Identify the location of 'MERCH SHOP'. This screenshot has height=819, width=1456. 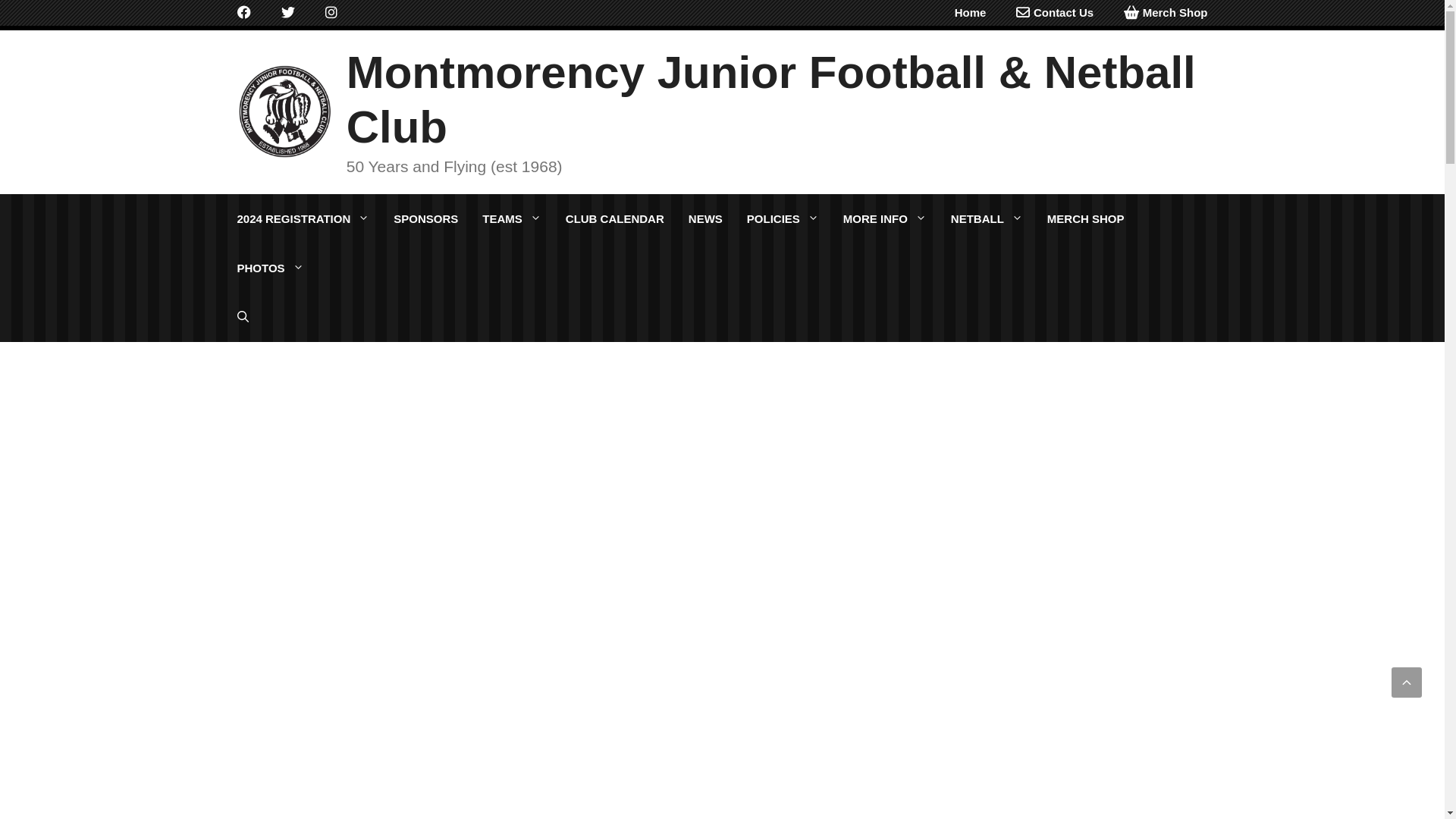
(1034, 218).